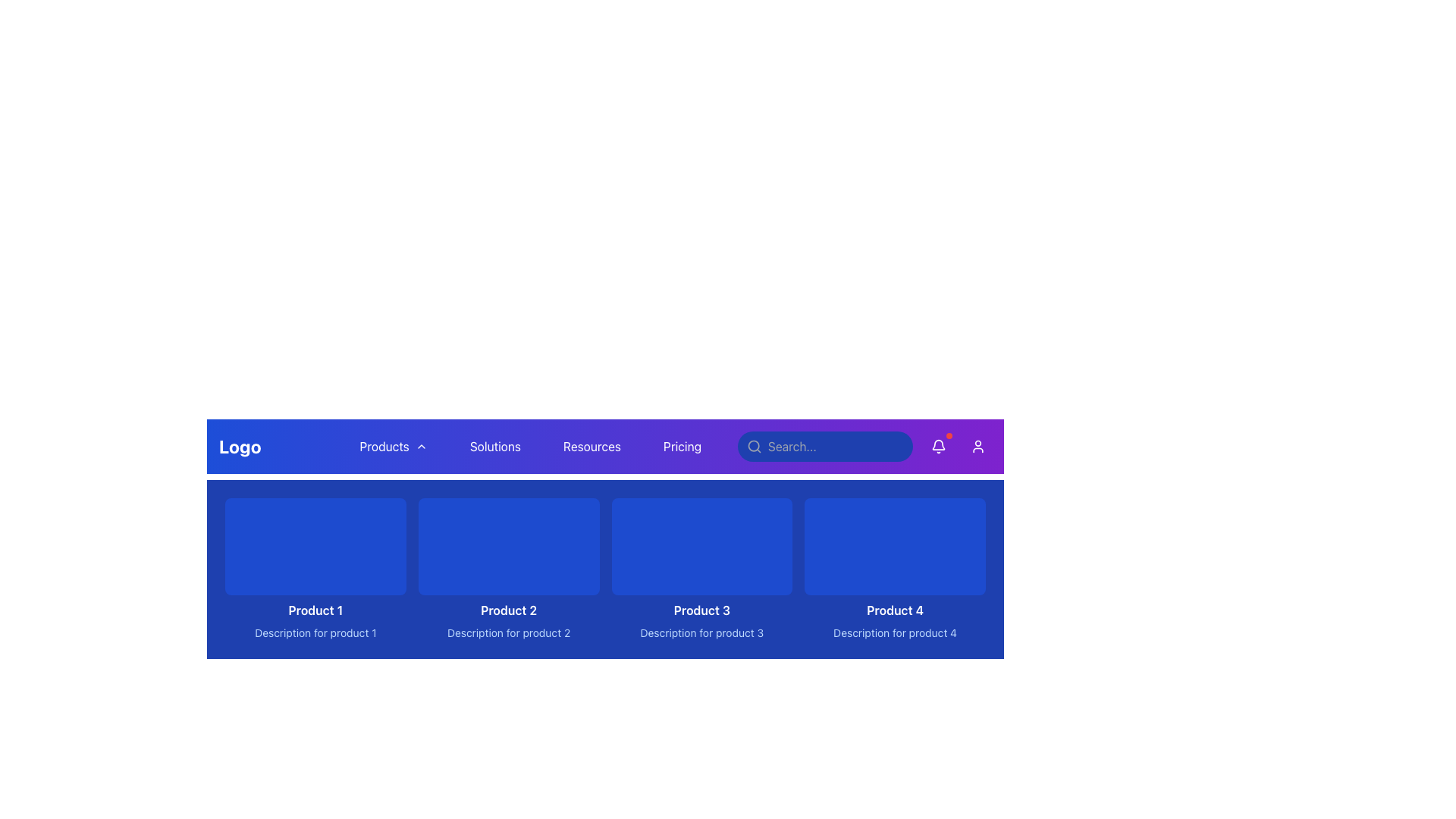 This screenshot has height=819, width=1456. Describe the element at coordinates (938, 446) in the screenshot. I see `the notification button located in the top-right corner of the header bar` at that location.